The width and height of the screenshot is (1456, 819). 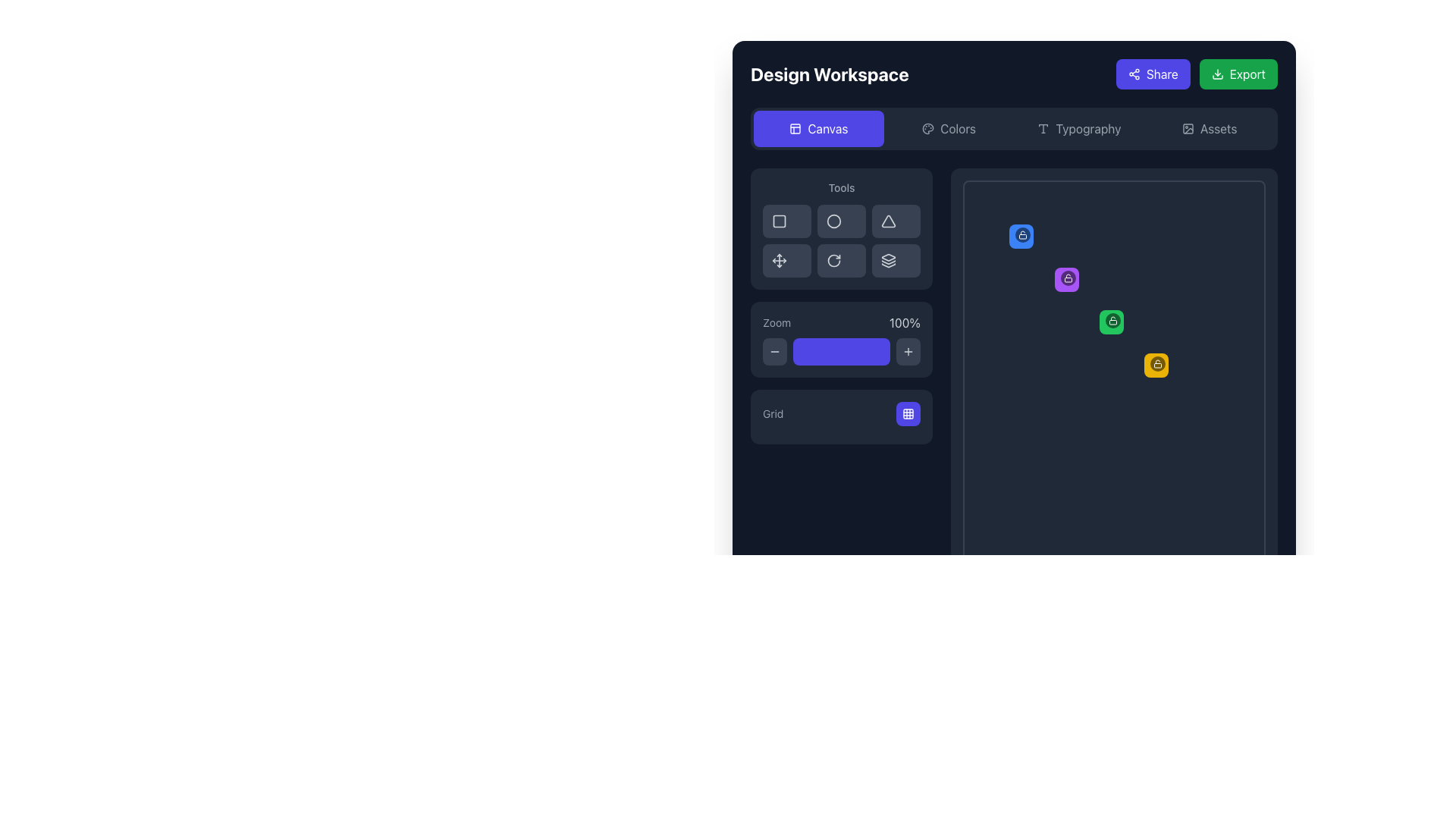 I want to click on or drag the zoom control bar located at the bottom section of the interface to adjust the zoom level, so click(x=840, y=351).